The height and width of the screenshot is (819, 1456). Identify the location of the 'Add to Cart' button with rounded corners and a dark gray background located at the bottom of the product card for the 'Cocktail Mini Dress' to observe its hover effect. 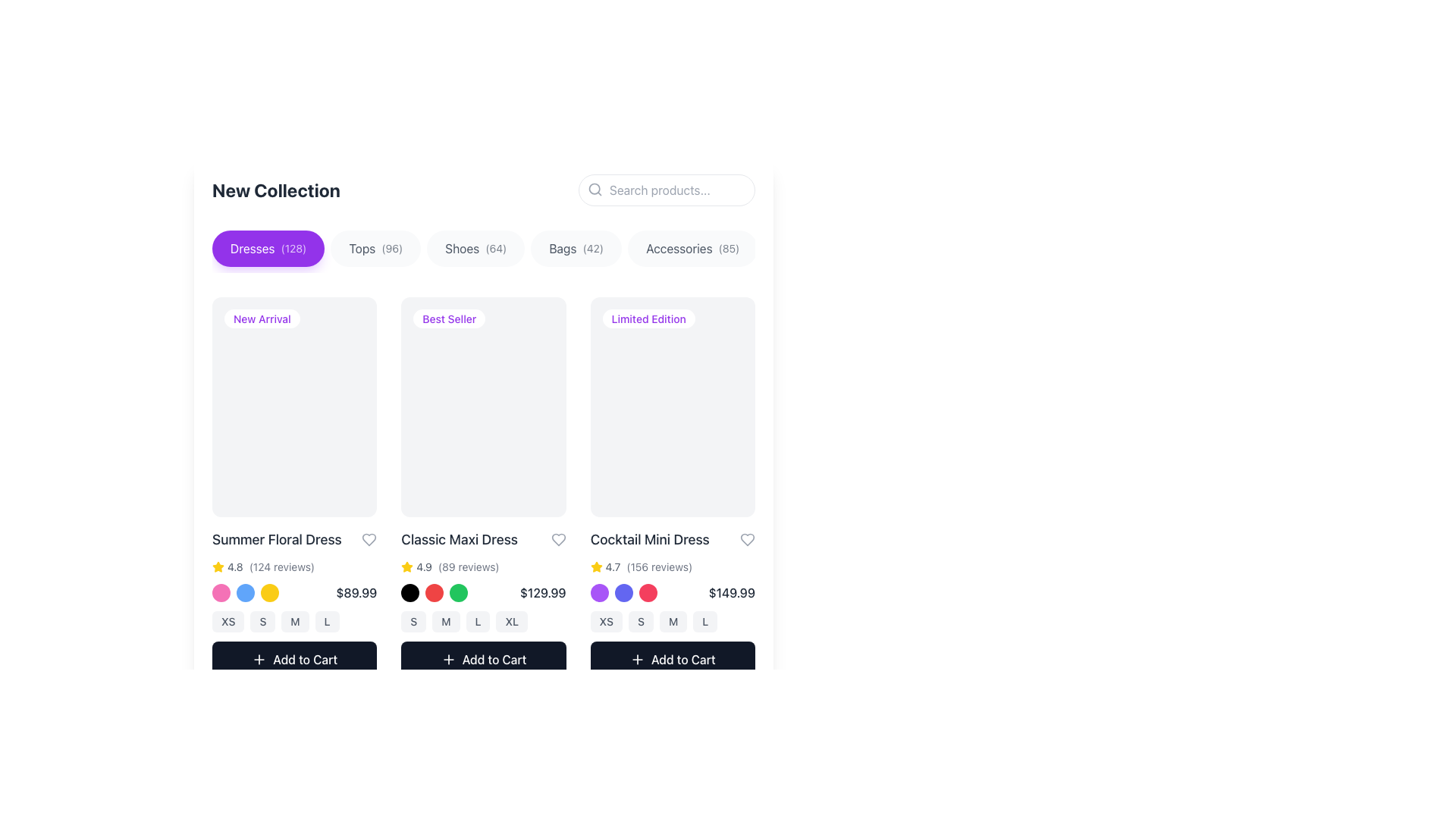
(672, 658).